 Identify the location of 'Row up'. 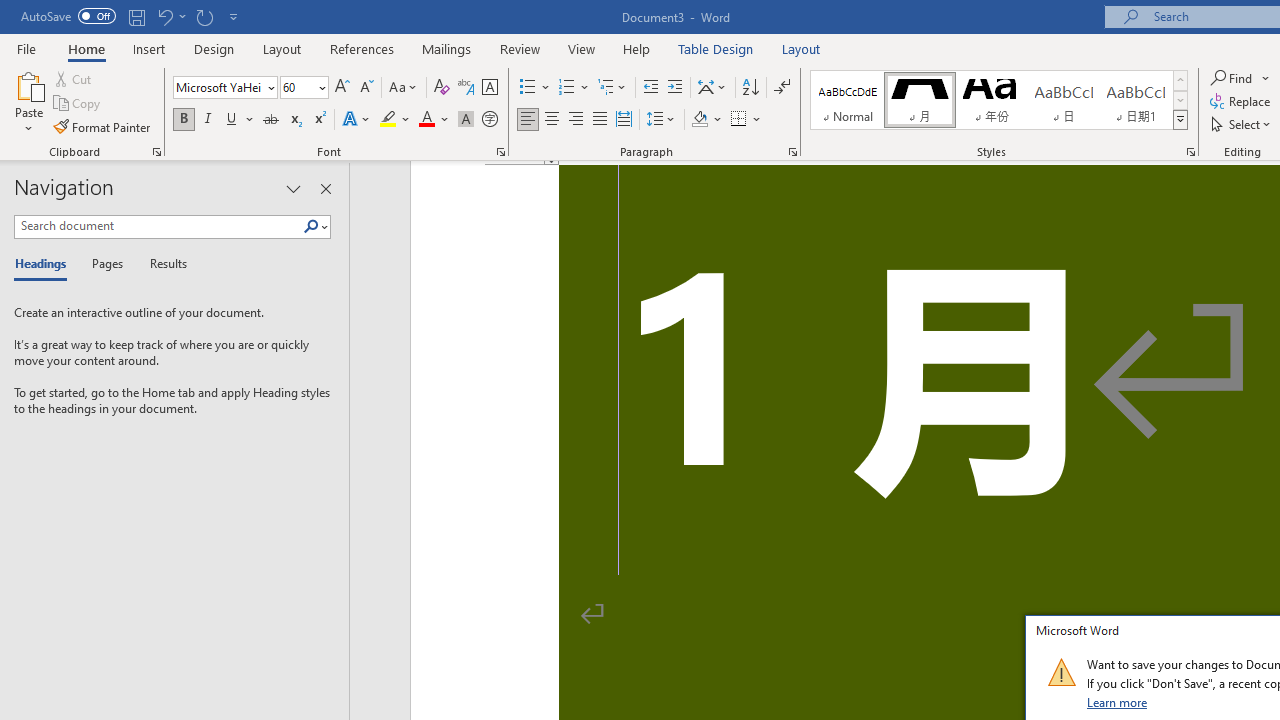
(1180, 79).